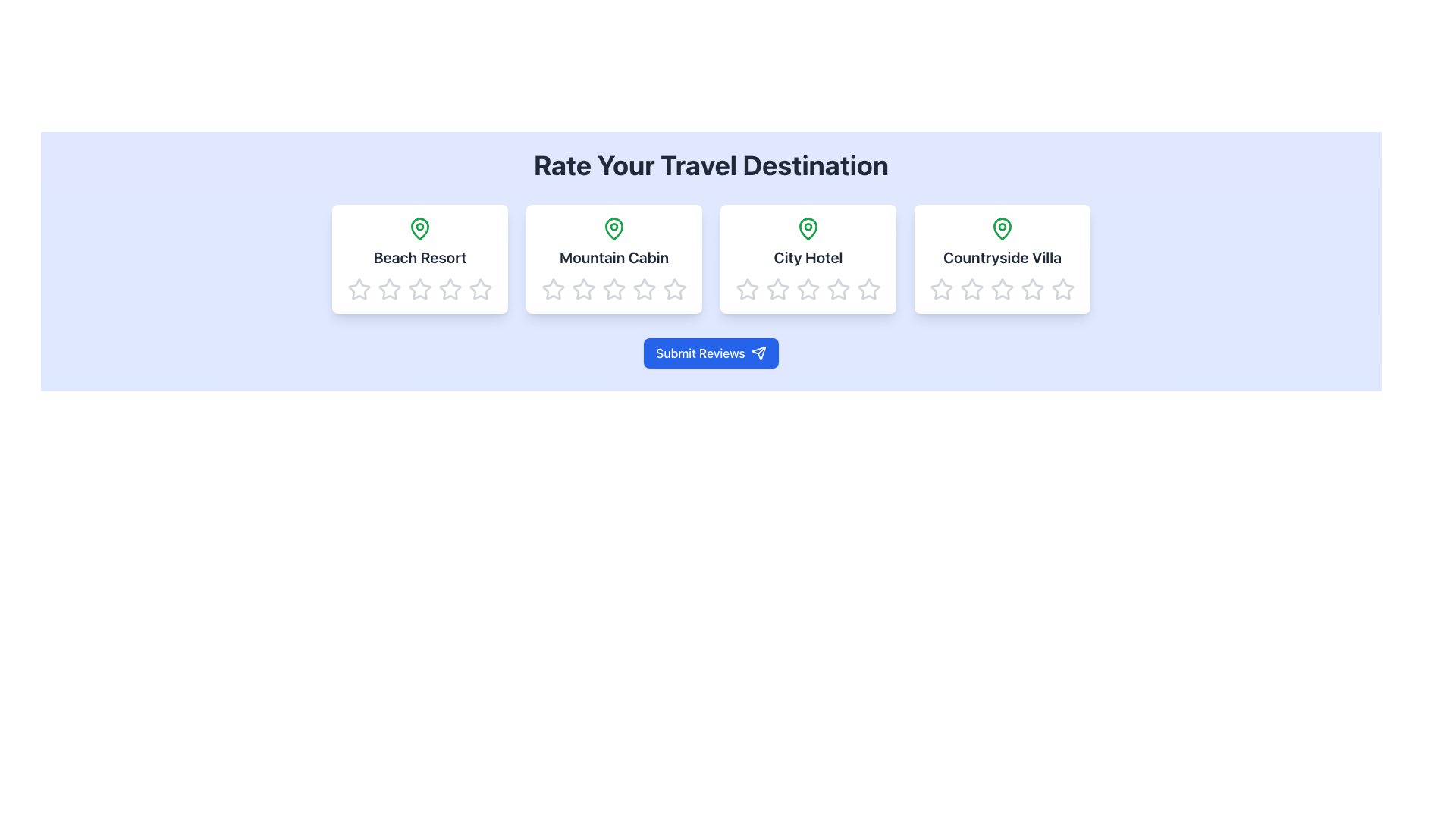  What do you see at coordinates (673, 289) in the screenshot?
I see `the star icon representing 5 stars in the rating section below the 'Mountain Cabin' card` at bounding box center [673, 289].